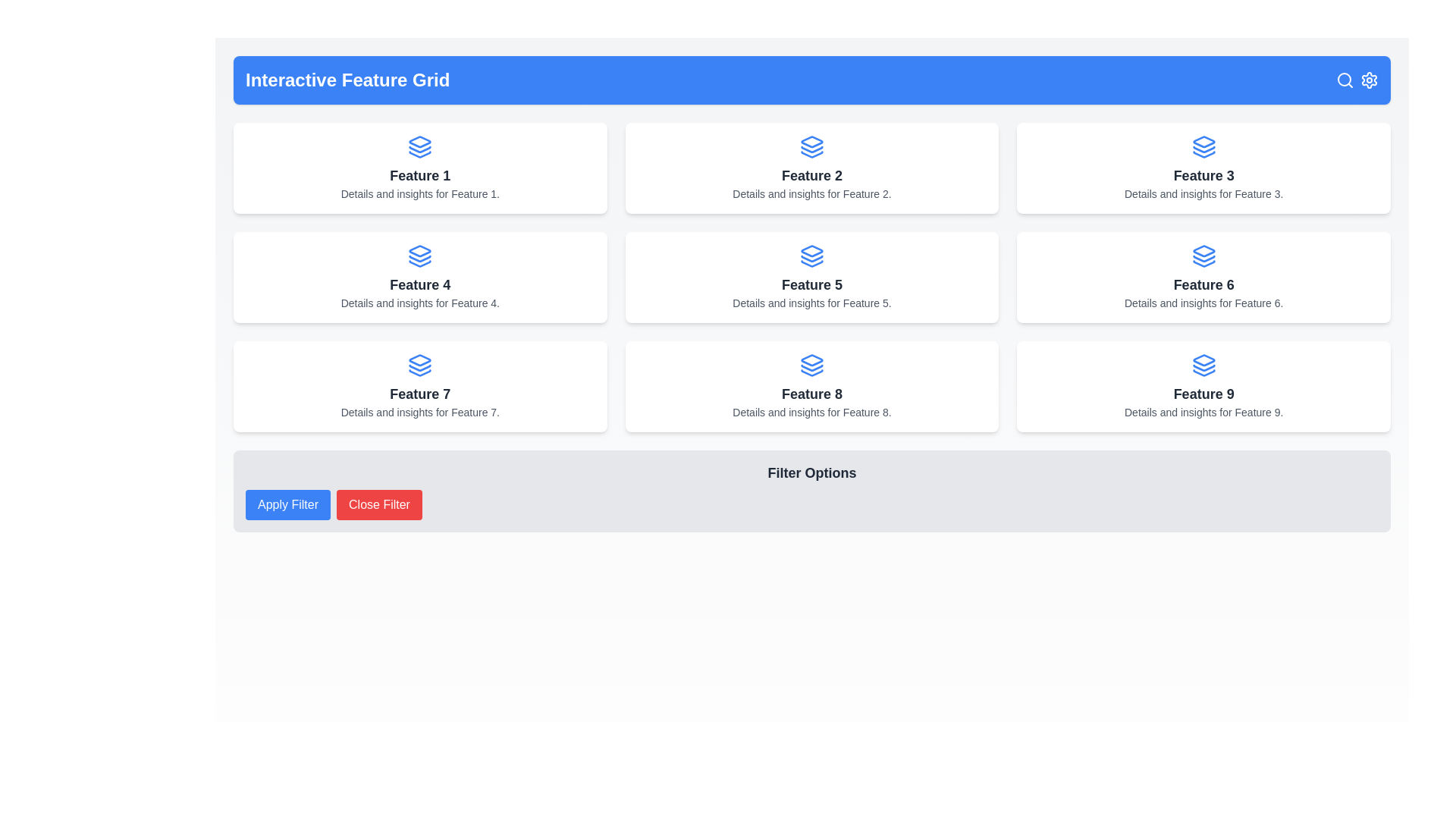 Image resolution: width=1456 pixels, height=819 pixels. What do you see at coordinates (1203, 412) in the screenshot?
I see `supporting text element that contains 'Details and insights for Feature 9.' located at the bottom of the card labeled 'Feature 9' in the last column of the third row in the grid` at bounding box center [1203, 412].